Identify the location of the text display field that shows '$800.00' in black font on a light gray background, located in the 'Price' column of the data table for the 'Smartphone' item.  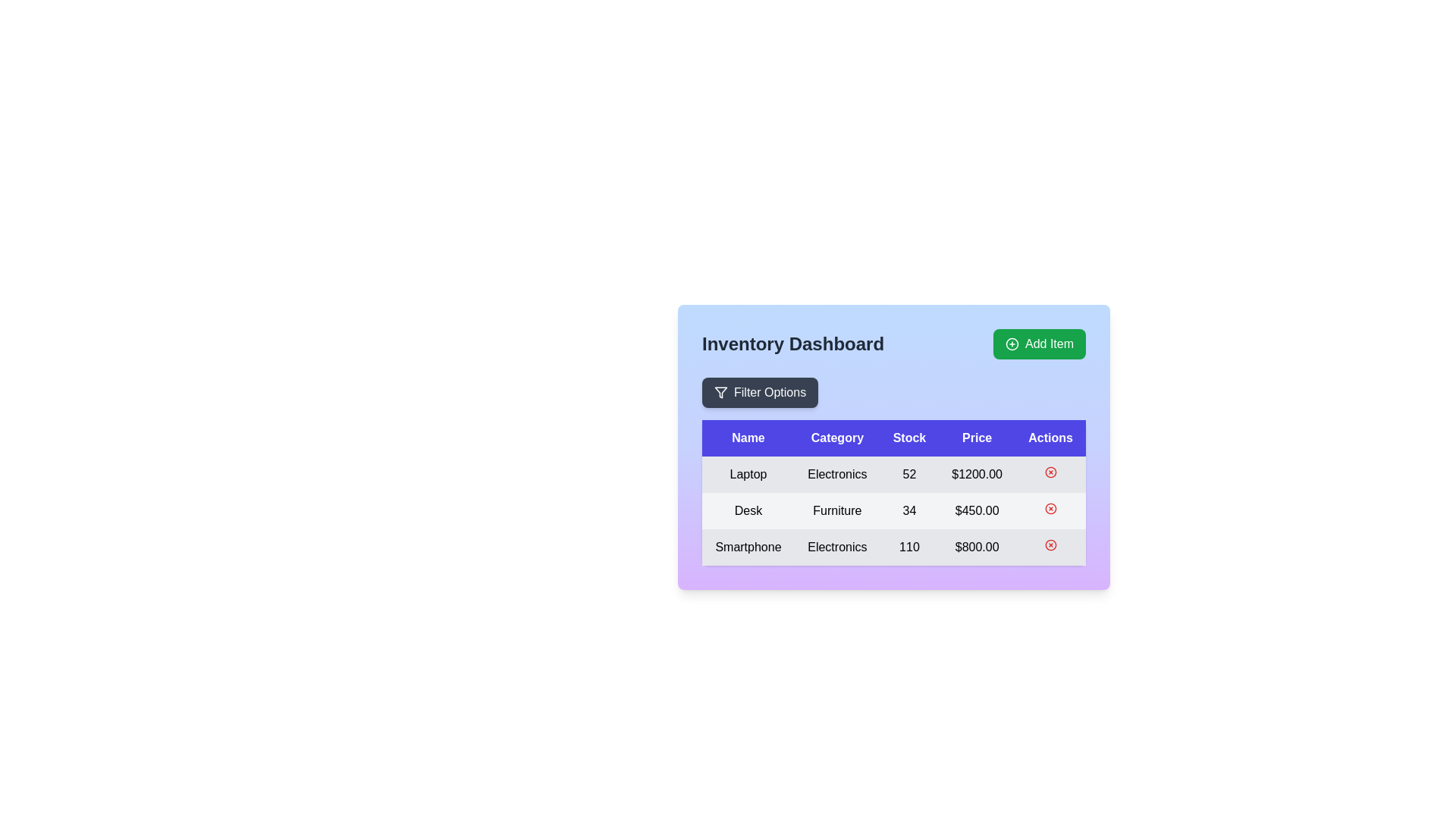
(977, 547).